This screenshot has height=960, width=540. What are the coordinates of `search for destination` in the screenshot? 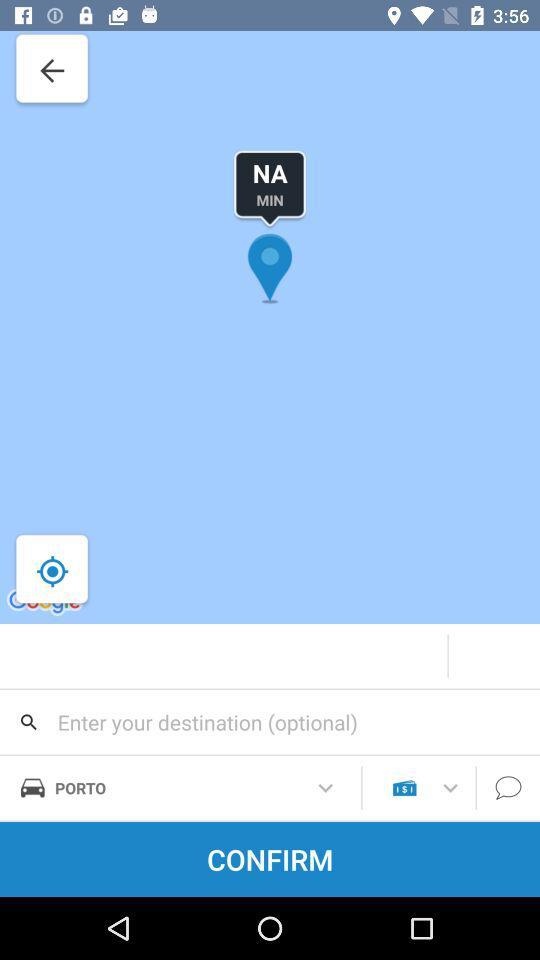 It's located at (270, 721).